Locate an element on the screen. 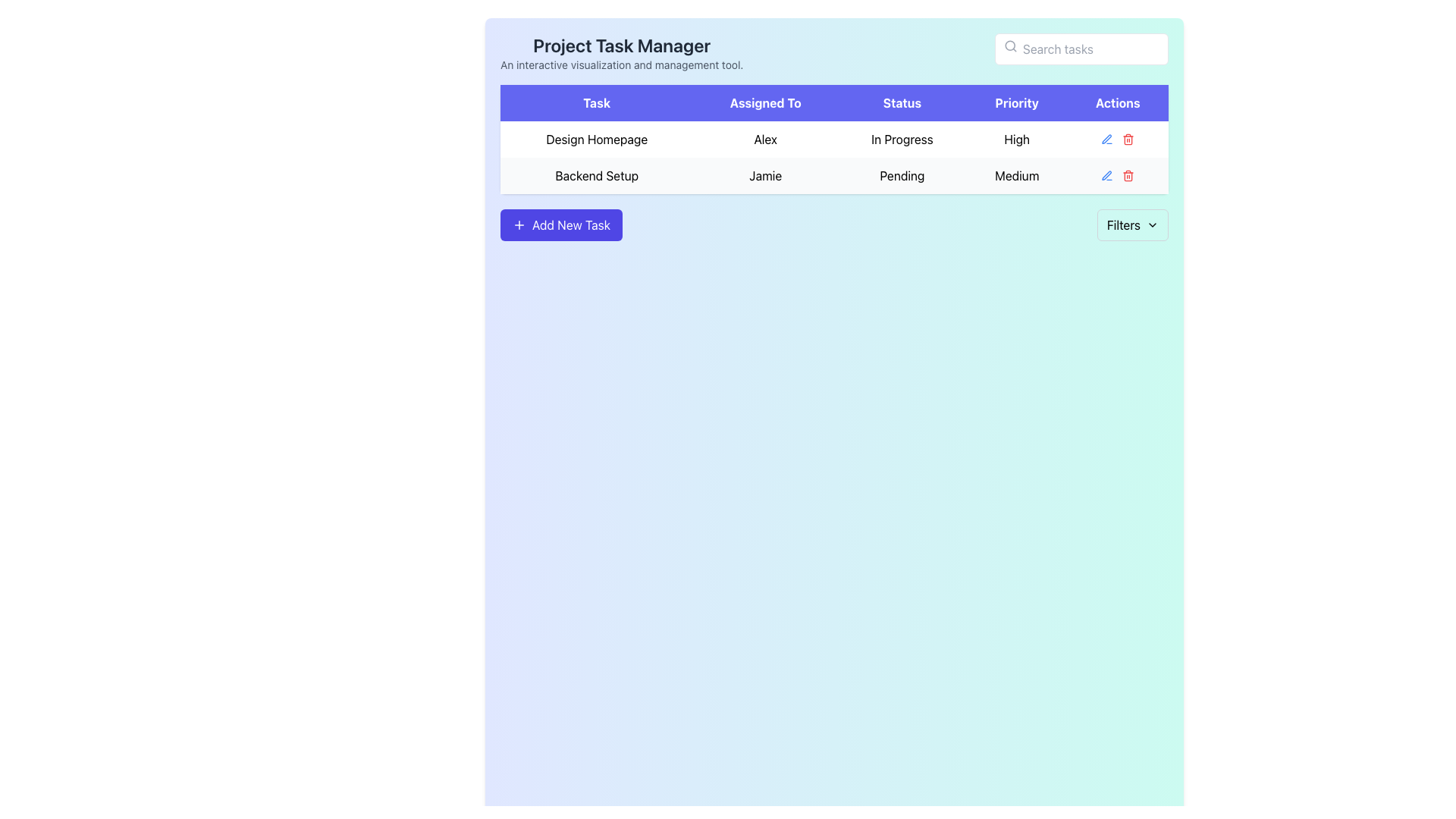 The height and width of the screenshot is (819, 1456). the 'Priority' Table Column Header, which is a rectangular button-like component with white text on a purple background, located between the 'Status' and 'Actions' headers is located at coordinates (1017, 102).